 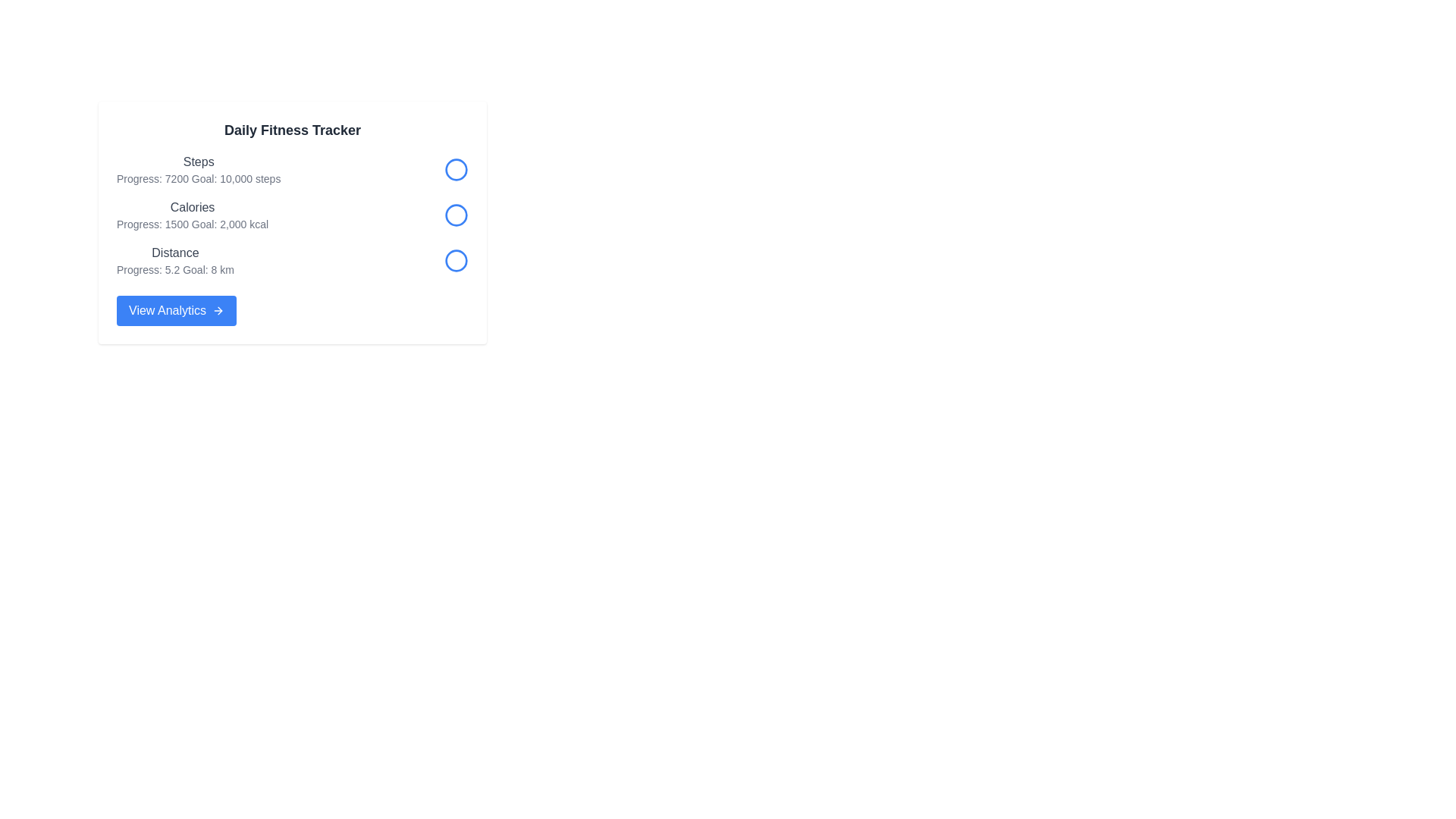 What do you see at coordinates (175, 268) in the screenshot?
I see `the Text Display element that shows the current progress (5.2 km) and total goal (8 km) in the Daily Fitness Tracker card, positioned below the 'Distance' heading` at bounding box center [175, 268].